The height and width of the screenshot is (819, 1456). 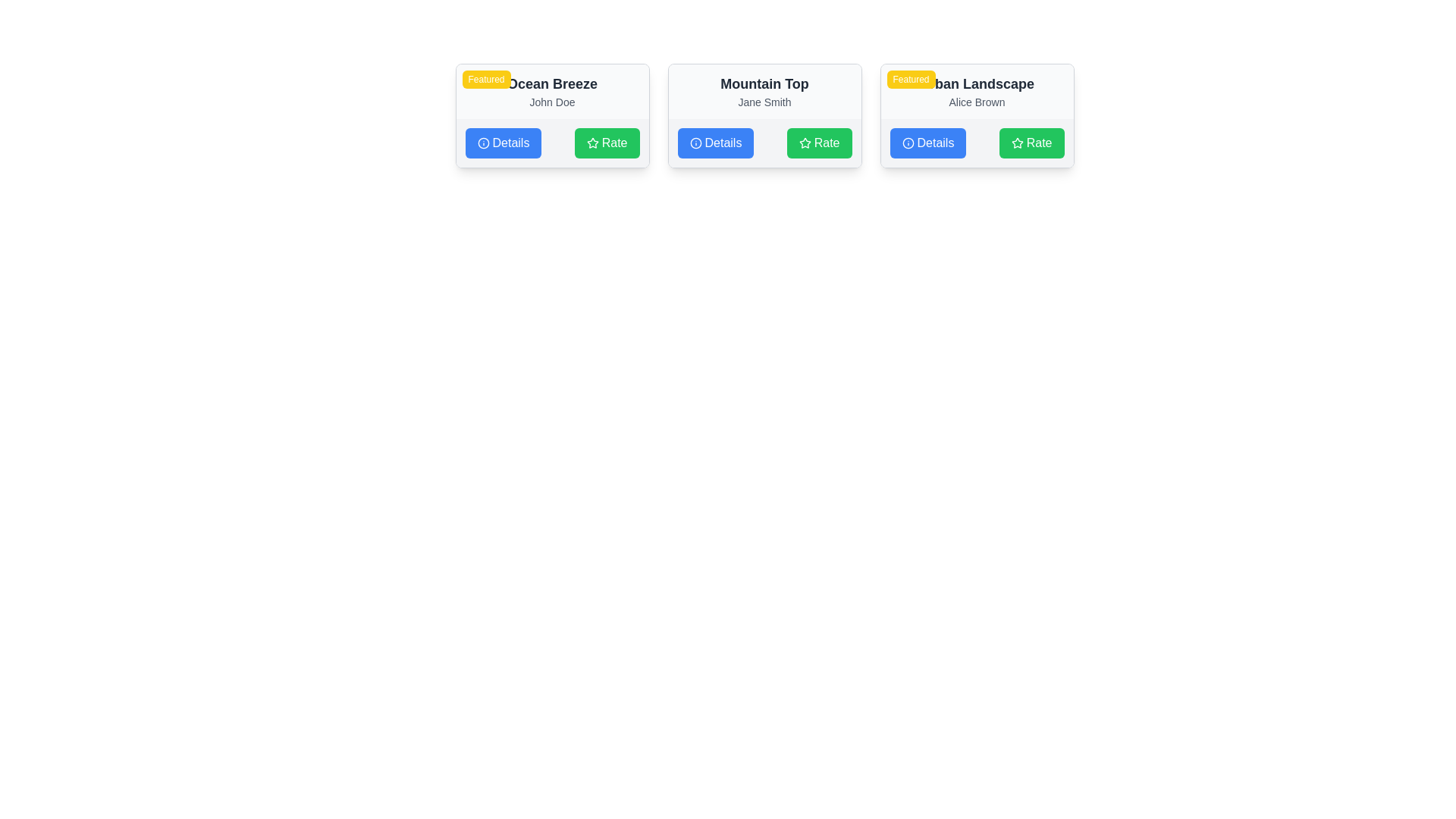 I want to click on the text label displaying 'Jane Smith', which is styled in light gray and positioned under the title 'Mountain Top' in the middle card of a three-card layout, so click(x=764, y=102).